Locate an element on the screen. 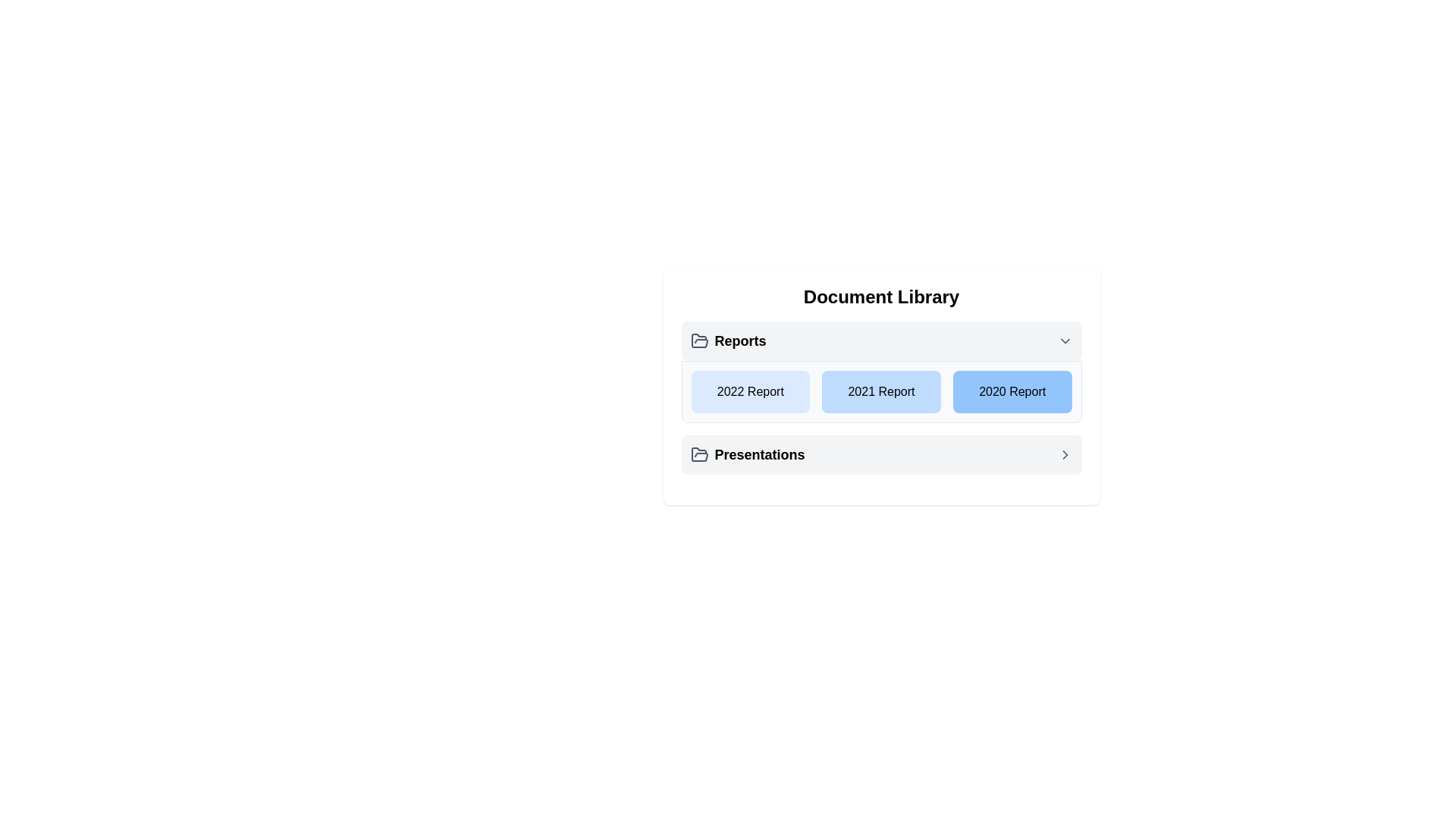 This screenshot has height=819, width=1456. the first List item entry with an icon in the 'Document Library' section is located at coordinates (748, 454).